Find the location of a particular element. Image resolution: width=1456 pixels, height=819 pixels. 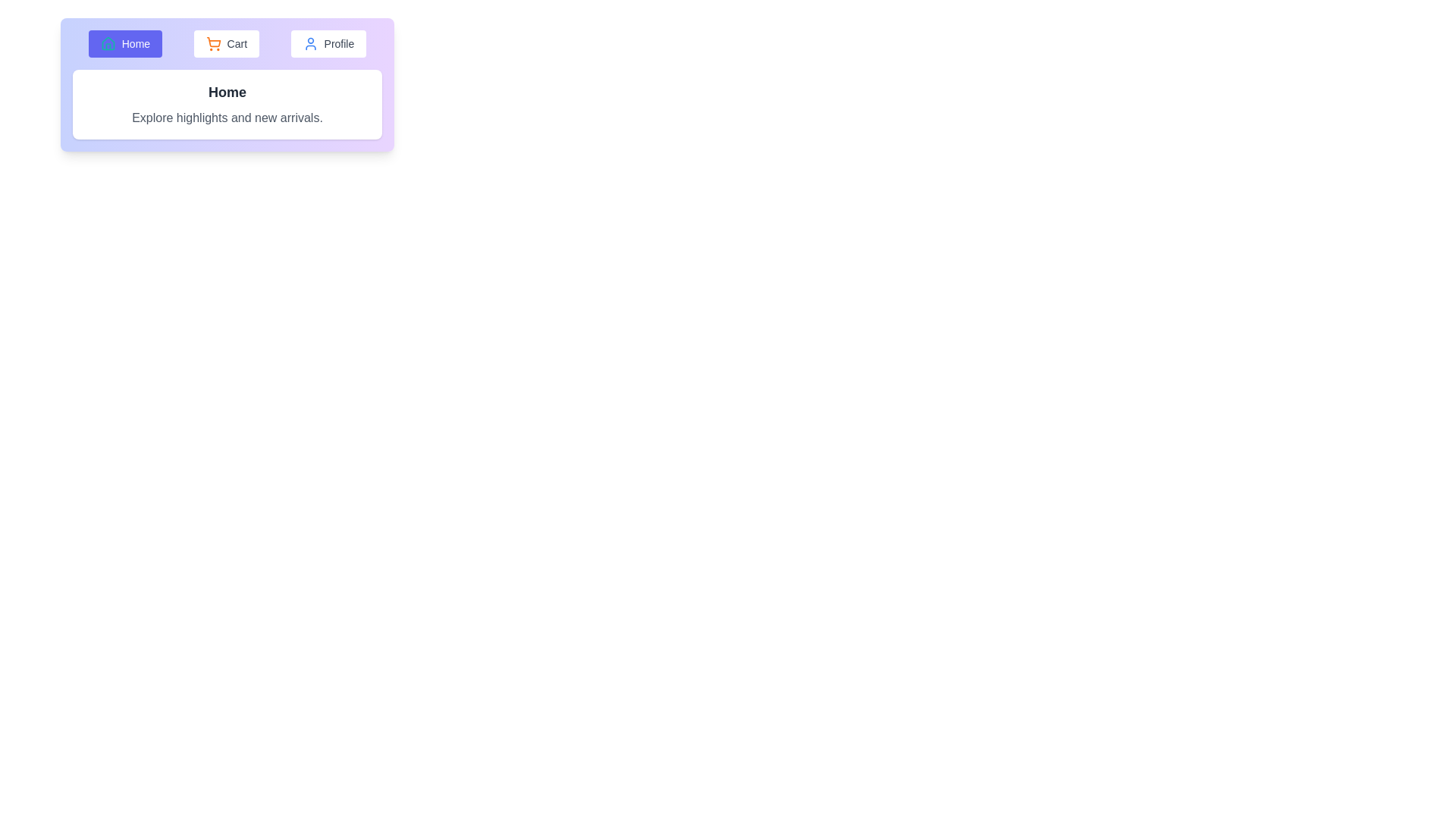

the Cart tab to view its hover effect is located at coordinates (224, 42).